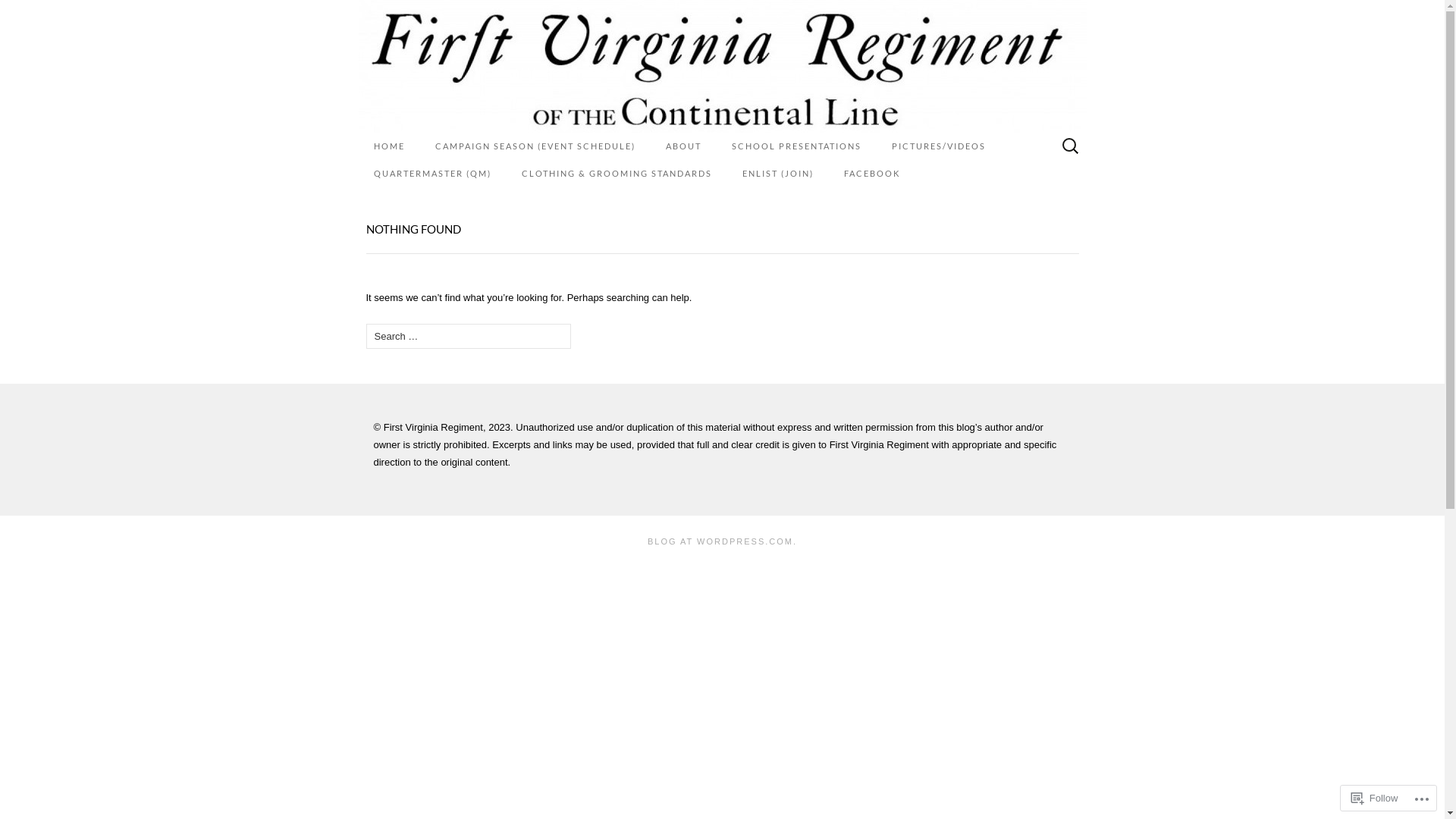 The image size is (1456, 819). Describe the element at coordinates (721, 540) in the screenshot. I see `'BLOG AT WORDPRESS.COM.'` at that location.